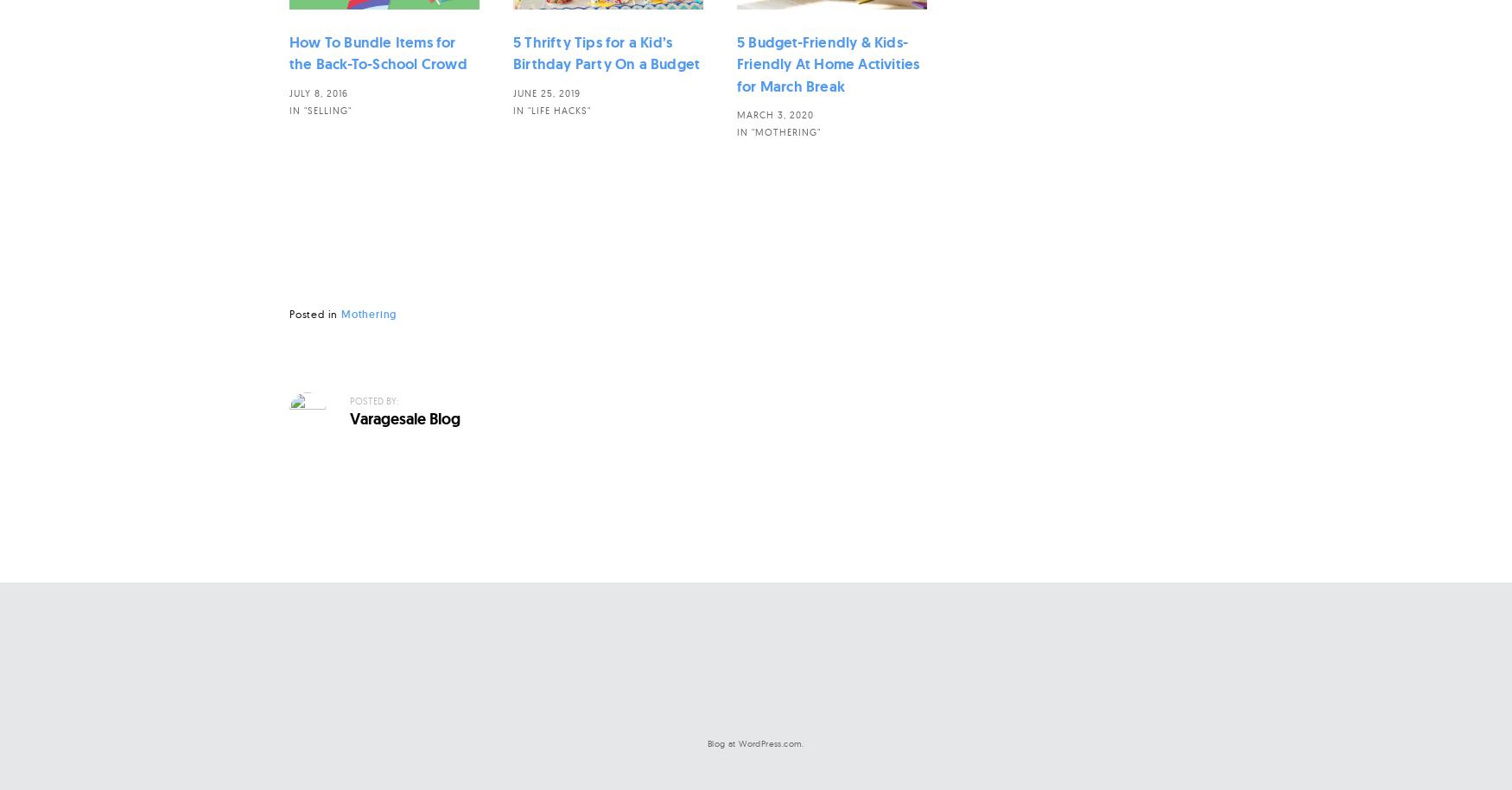 The height and width of the screenshot is (790, 1512). What do you see at coordinates (315, 313) in the screenshot?
I see `'Posted in'` at bounding box center [315, 313].